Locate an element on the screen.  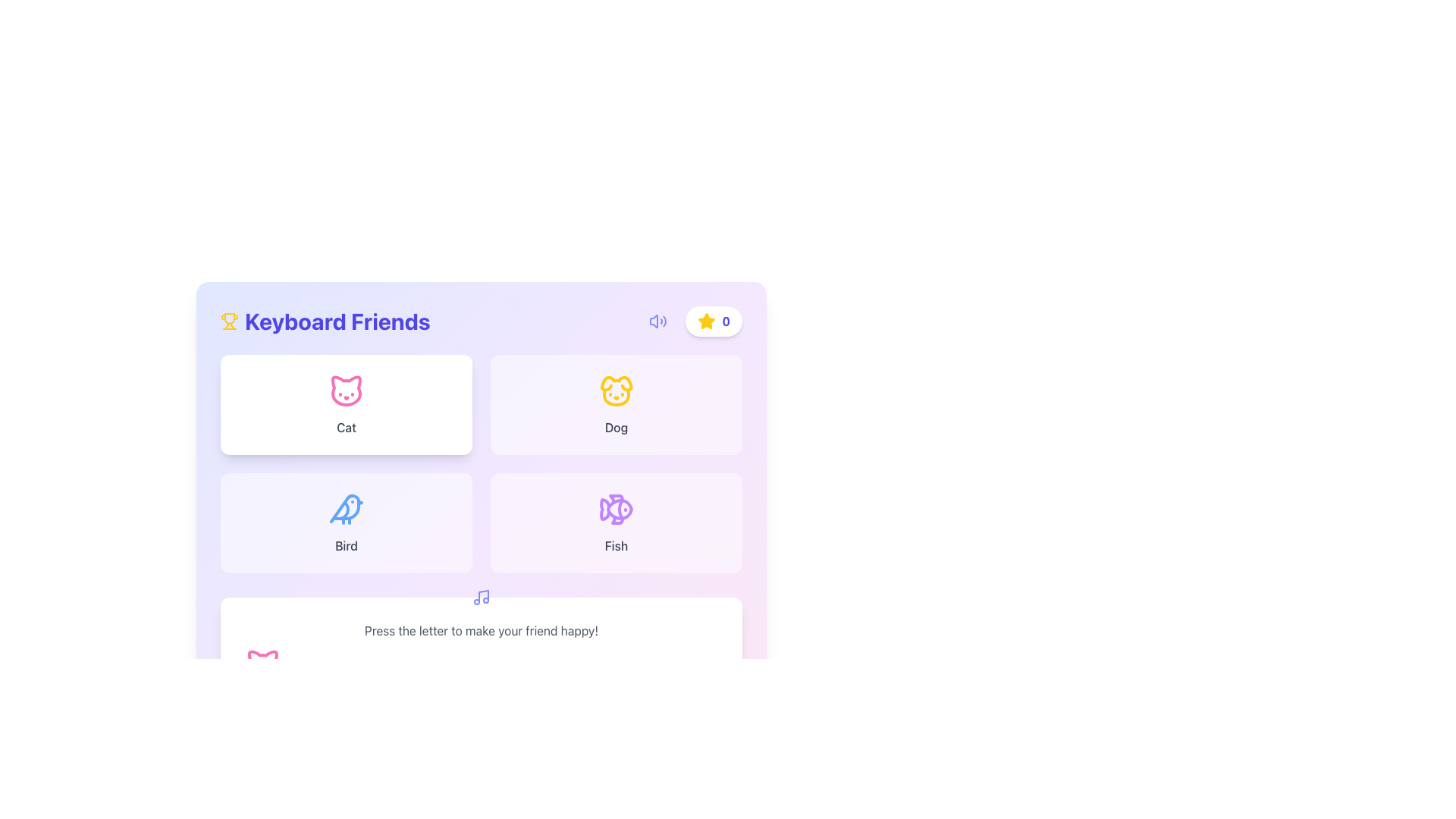
the decorative fish category icon located at the bottom-right of the 'Fish' card within the 2x2 grid layout is located at coordinates (616, 509).